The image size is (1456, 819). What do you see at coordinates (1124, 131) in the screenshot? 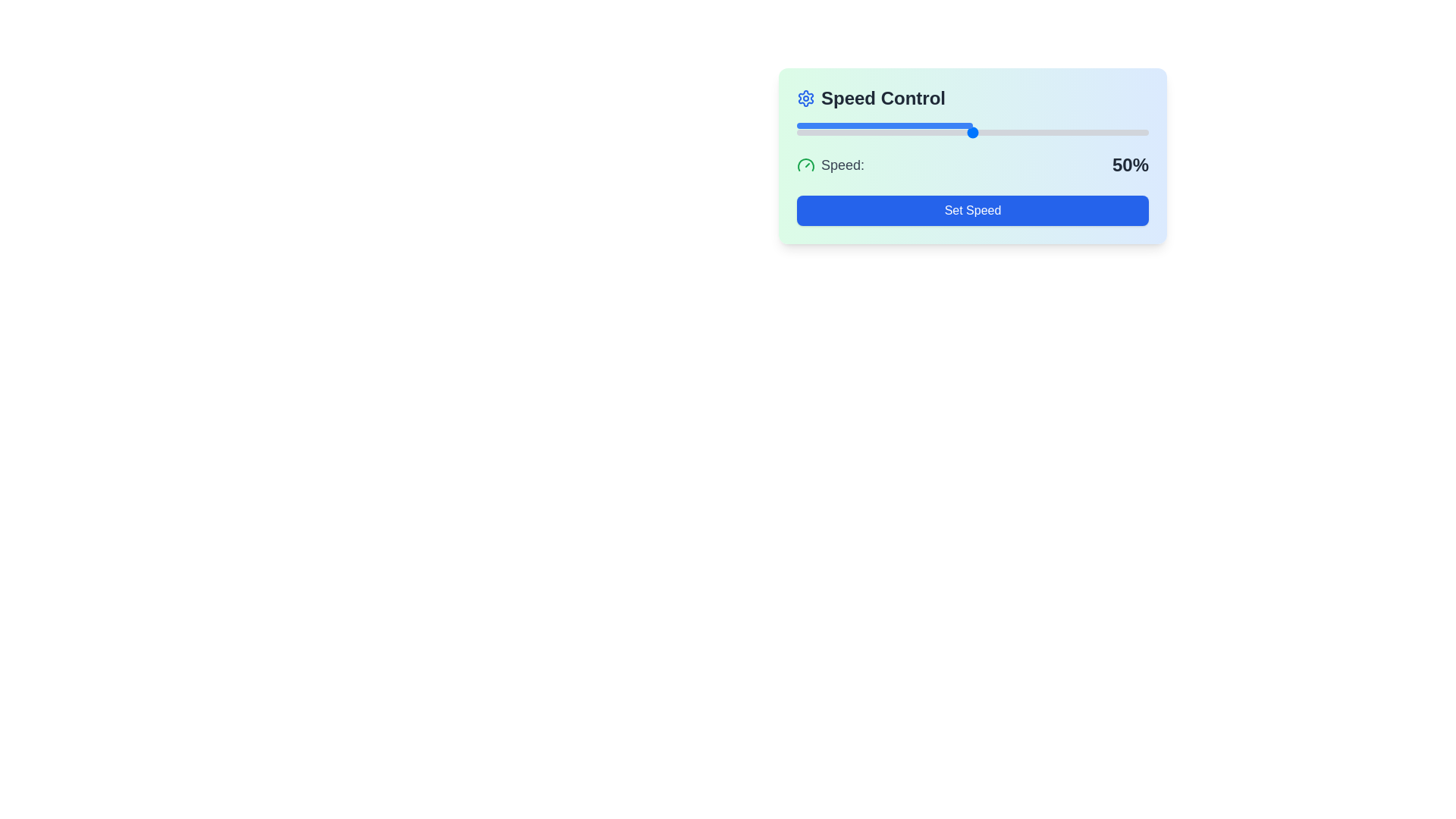
I see `the slider` at bounding box center [1124, 131].